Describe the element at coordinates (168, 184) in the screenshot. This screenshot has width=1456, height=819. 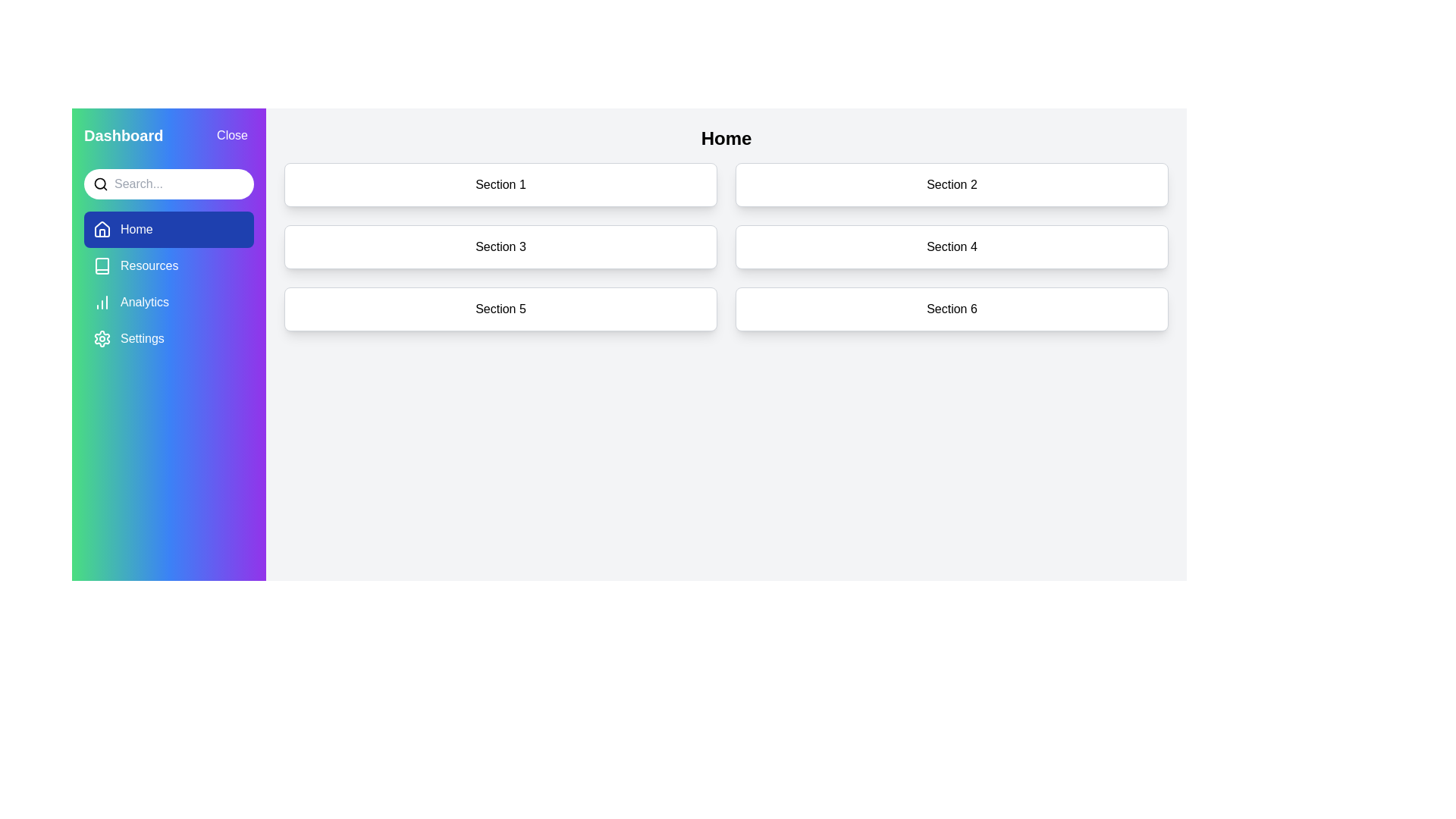
I see `the search input field to activate it for text entry` at that location.